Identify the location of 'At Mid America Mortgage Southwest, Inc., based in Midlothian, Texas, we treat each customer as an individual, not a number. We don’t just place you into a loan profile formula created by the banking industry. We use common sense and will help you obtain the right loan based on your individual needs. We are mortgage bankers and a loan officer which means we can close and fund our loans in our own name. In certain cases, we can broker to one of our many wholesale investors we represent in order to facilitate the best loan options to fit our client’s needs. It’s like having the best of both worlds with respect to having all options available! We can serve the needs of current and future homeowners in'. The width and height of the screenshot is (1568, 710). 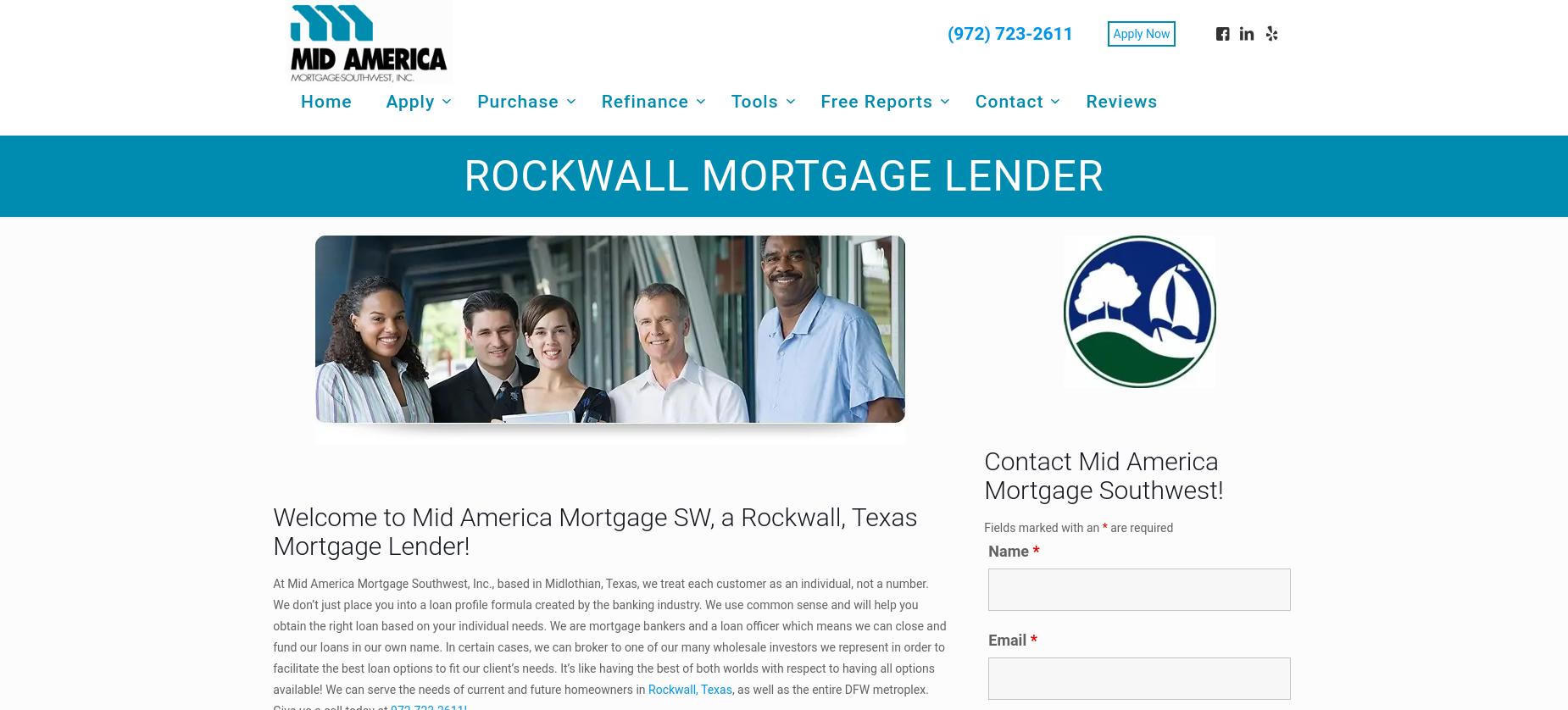
(609, 635).